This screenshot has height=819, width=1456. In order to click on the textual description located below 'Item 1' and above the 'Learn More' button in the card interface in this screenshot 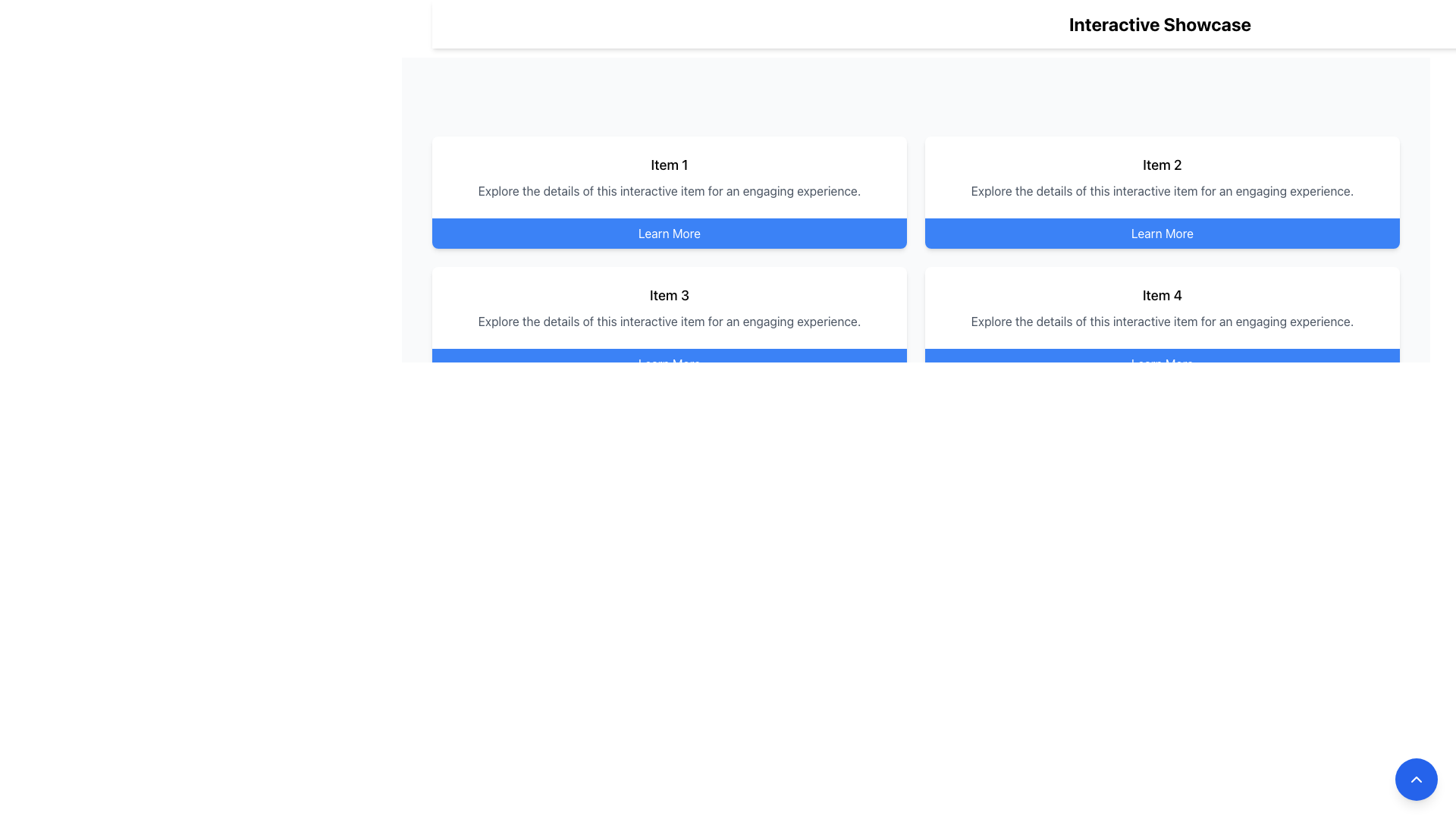, I will do `click(669, 190)`.